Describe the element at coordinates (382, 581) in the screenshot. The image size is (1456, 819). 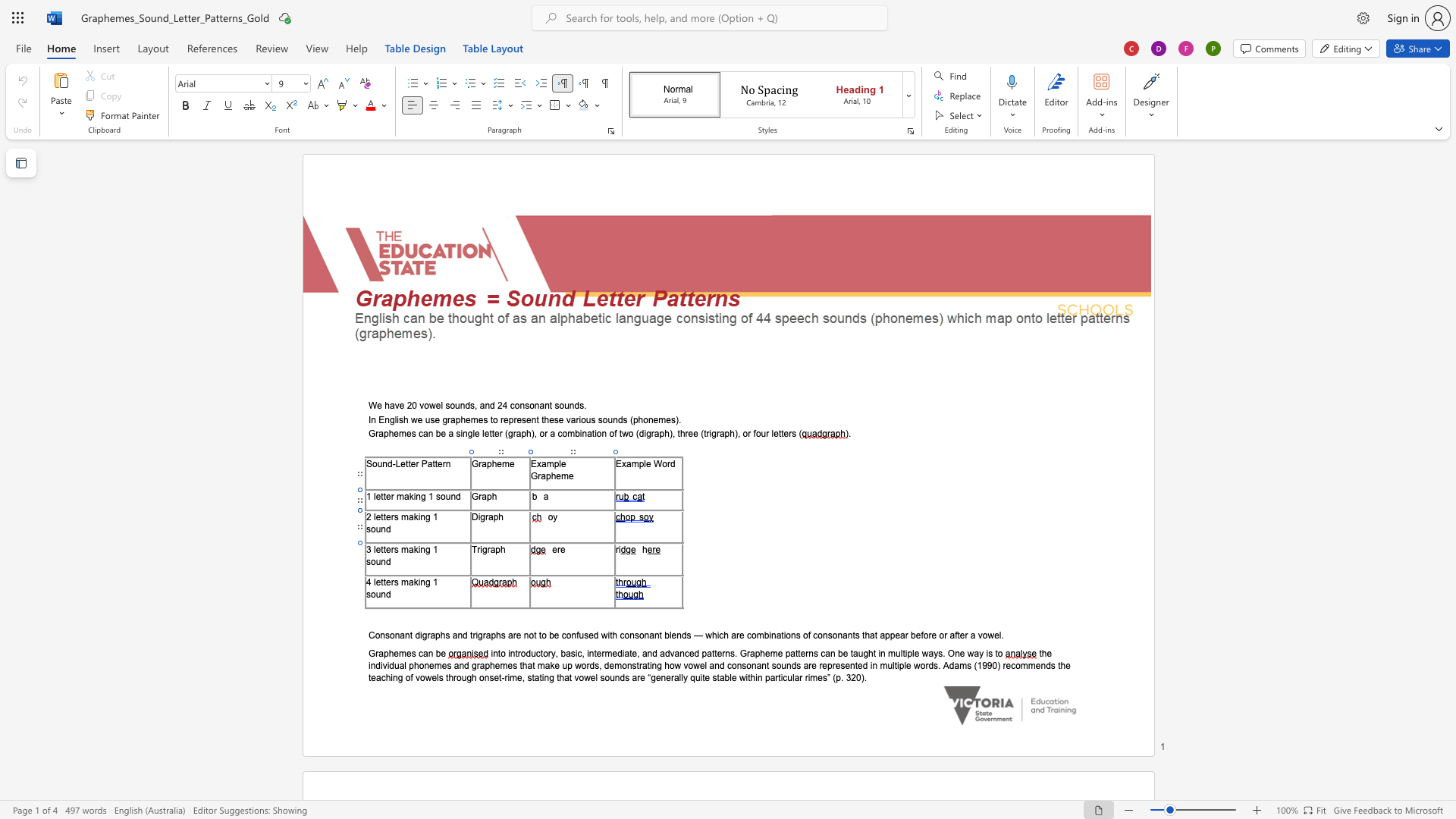
I see `the 1th character "t" in the text` at that location.